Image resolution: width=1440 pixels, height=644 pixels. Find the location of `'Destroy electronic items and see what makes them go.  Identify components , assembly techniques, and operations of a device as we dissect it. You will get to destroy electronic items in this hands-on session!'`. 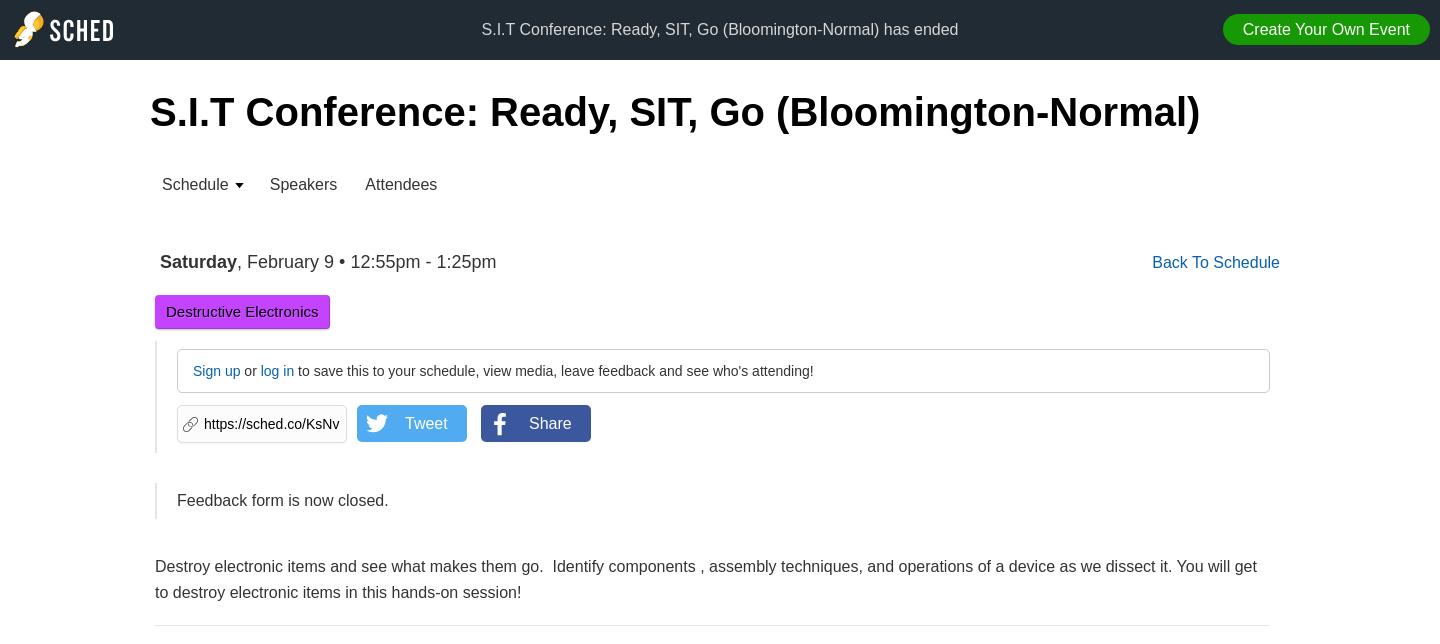

'Destroy electronic items and see what makes them go.  Identify components , assembly techniques, and operations of a device as we dissect it. You will get to destroy electronic items in this hands-on session!' is located at coordinates (705, 578).